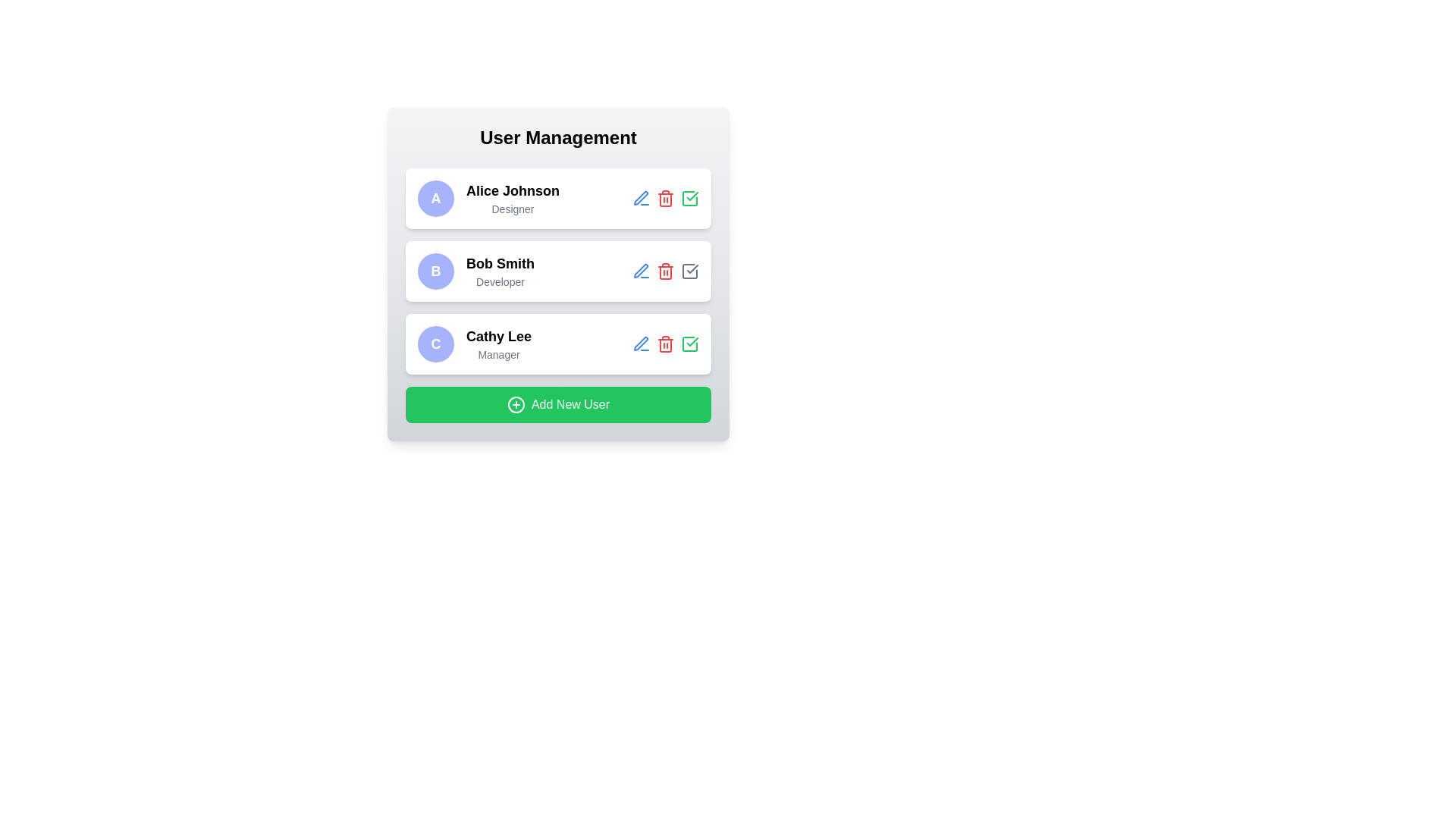 This screenshot has width=1456, height=819. Describe the element at coordinates (498, 344) in the screenshot. I see `the text display showing the name and role ('Manager') of a user in the third row of the User Management list` at that location.